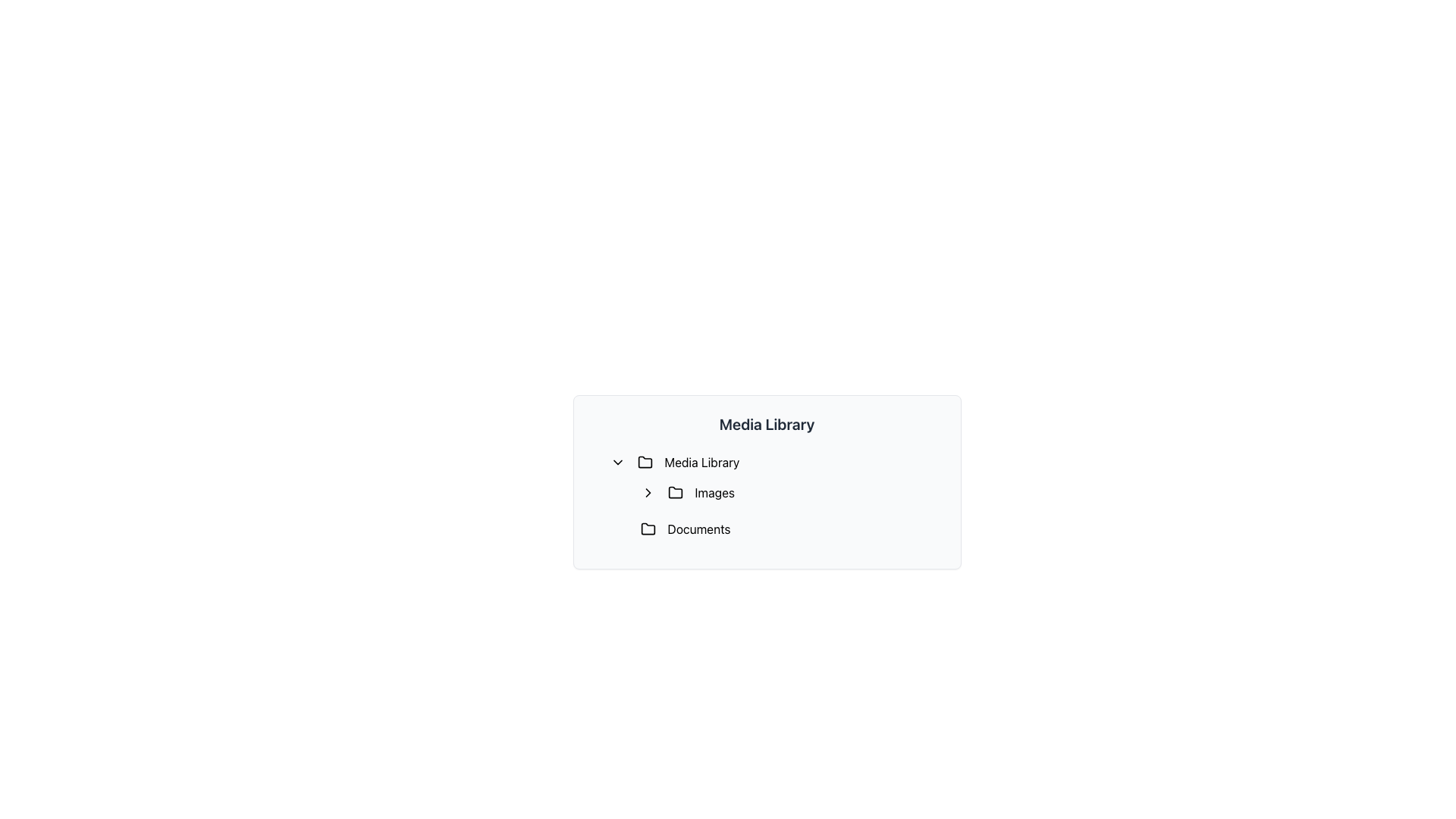  I want to click on the 'Images' text label, so click(714, 493).